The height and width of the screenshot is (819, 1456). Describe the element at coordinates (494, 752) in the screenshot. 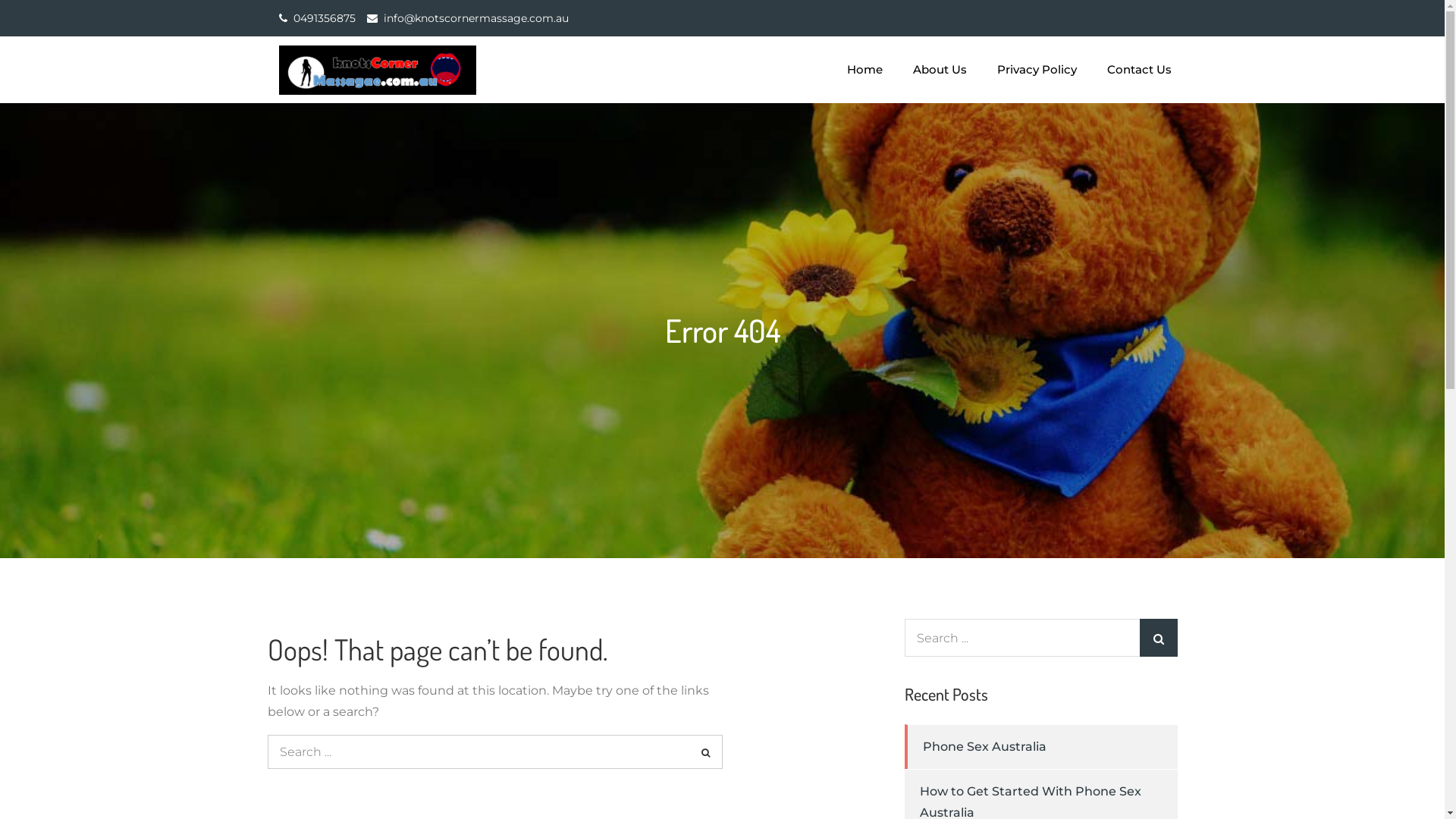

I see `'Search for:'` at that location.